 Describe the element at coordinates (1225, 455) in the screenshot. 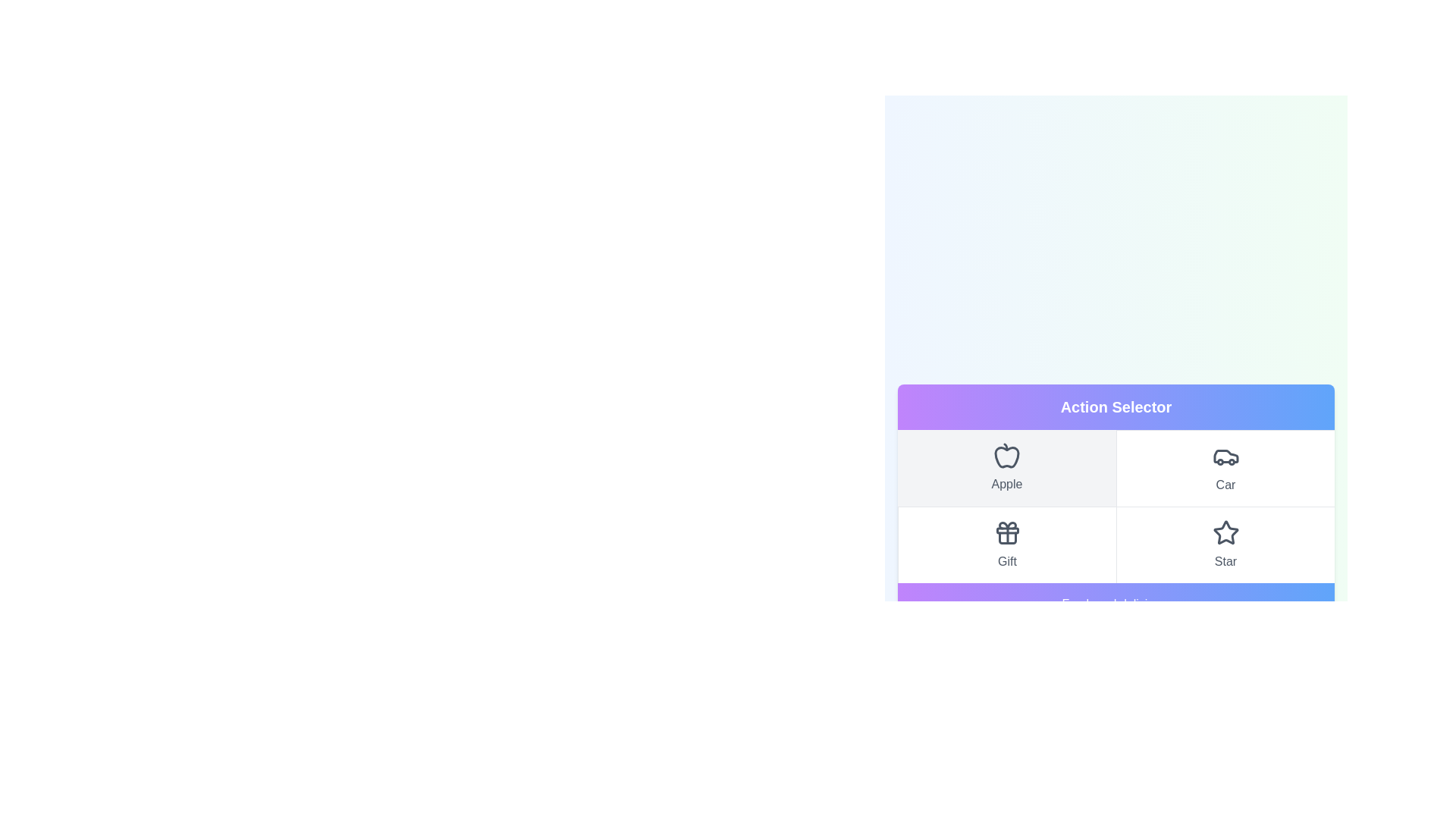

I see `the dashed outline icon representing a vehicle in the top-right cell of the 'Action Selector' grid` at that location.